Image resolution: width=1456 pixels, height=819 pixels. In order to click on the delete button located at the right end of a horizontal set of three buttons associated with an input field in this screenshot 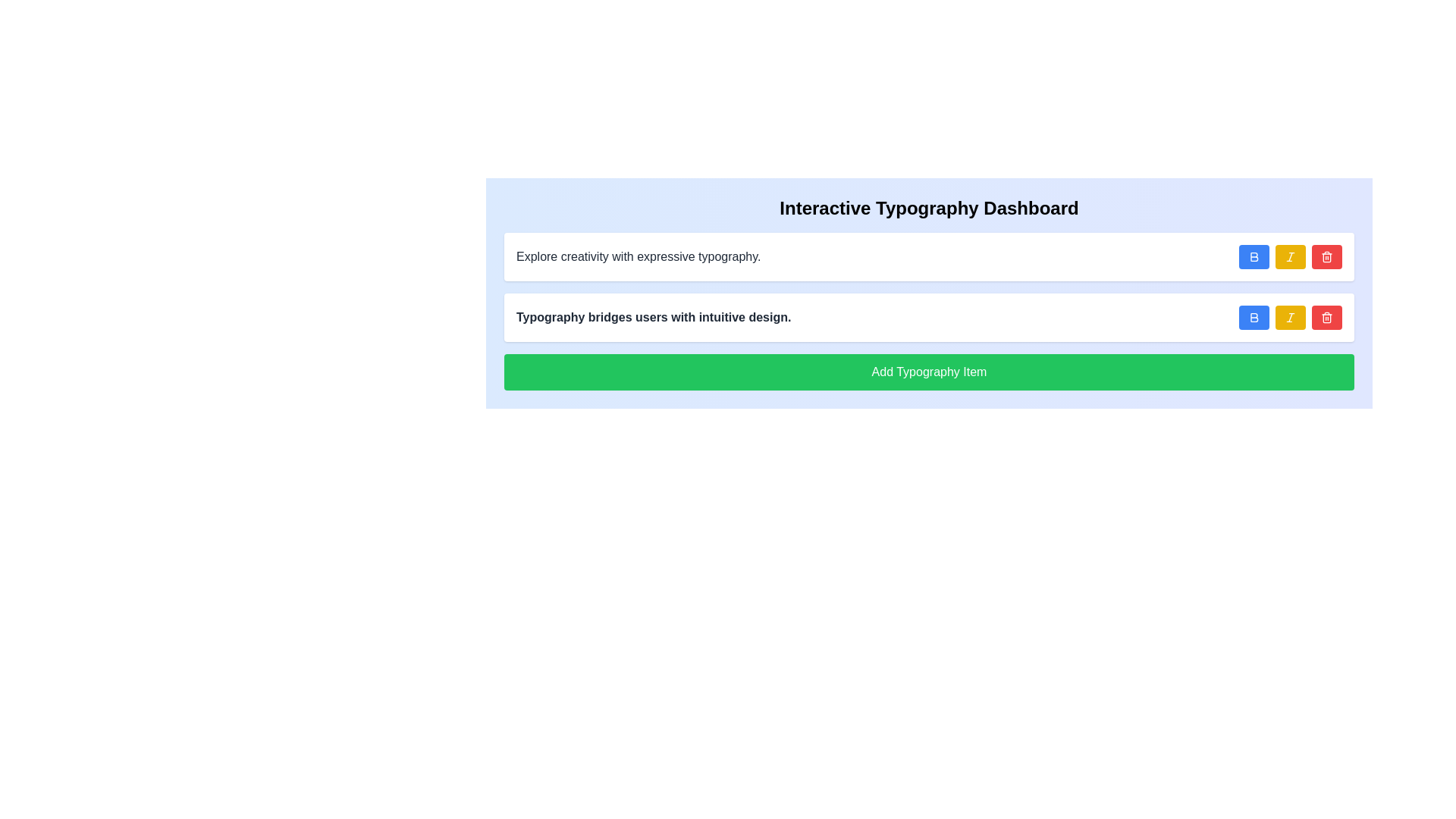, I will do `click(1326, 317)`.